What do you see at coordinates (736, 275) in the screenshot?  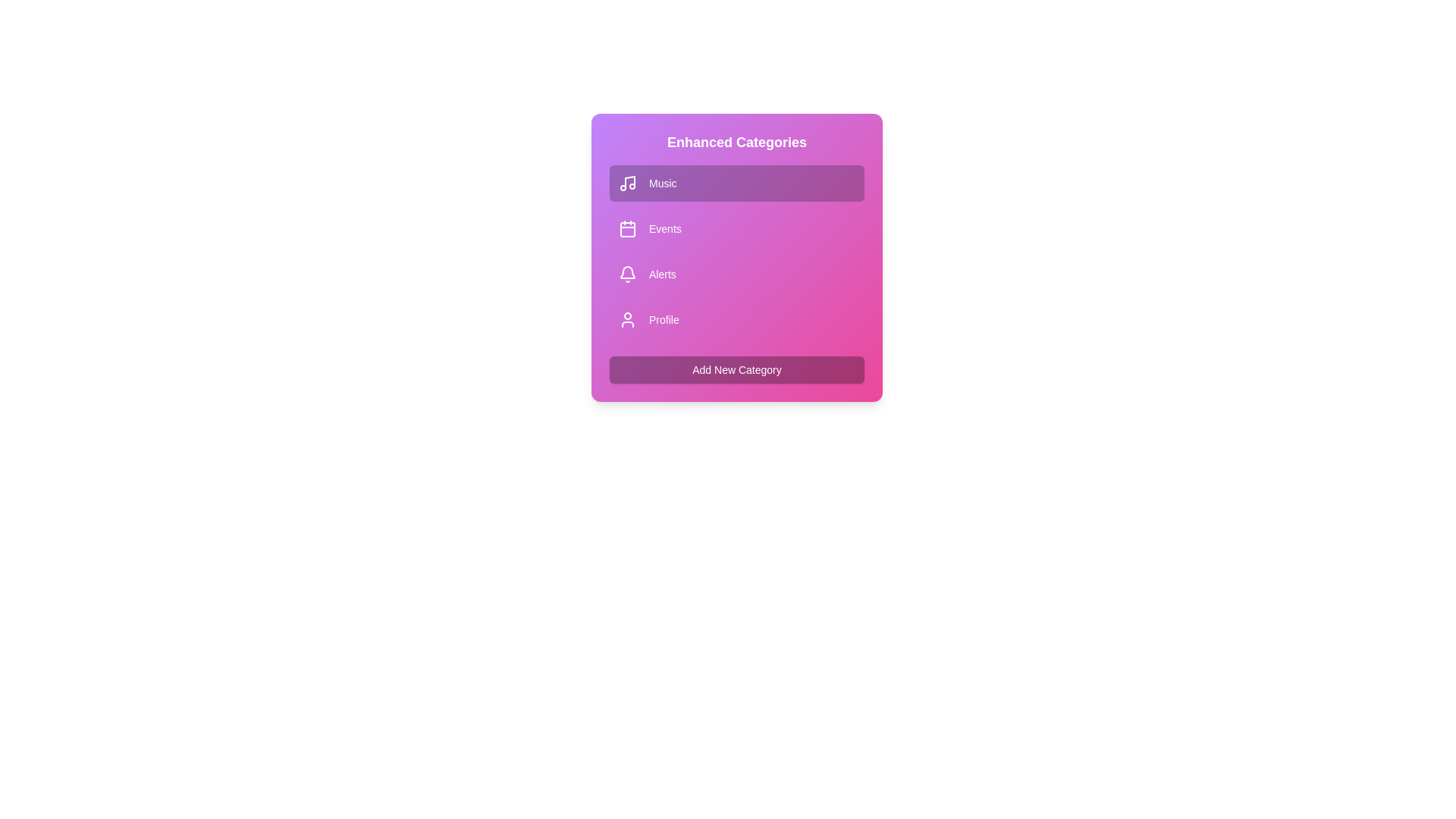 I see `the category Alerts to observe the hover effect` at bounding box center [736, 275].